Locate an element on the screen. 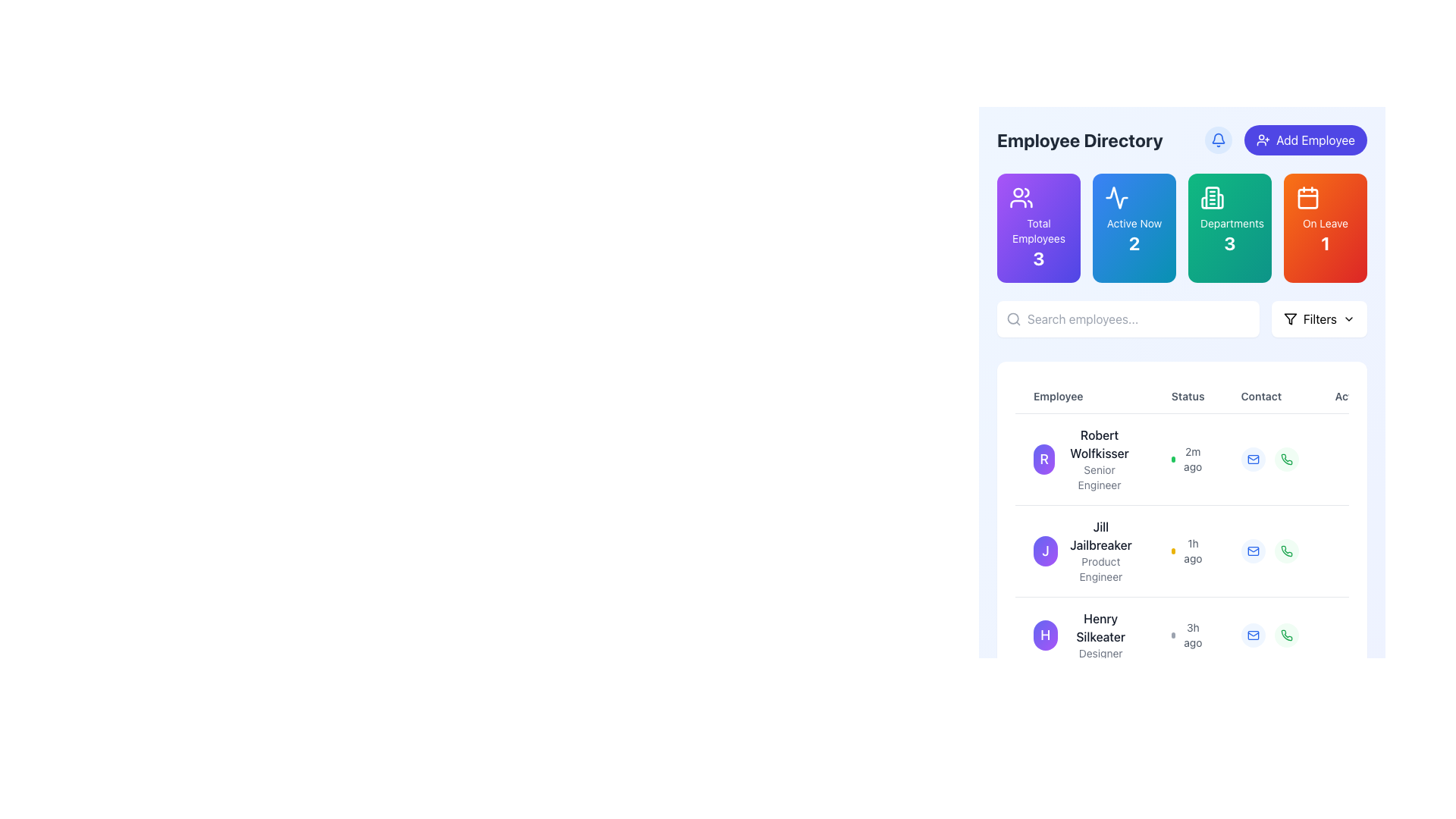 The height and width of the screenshot is (819, 1456). the Timestamp element that shows '1h ago' with a yellow circular indicator, located in the 'Status' column below the employee name 'Jill Jailbreaker' is located at coordinates (1187, 551).